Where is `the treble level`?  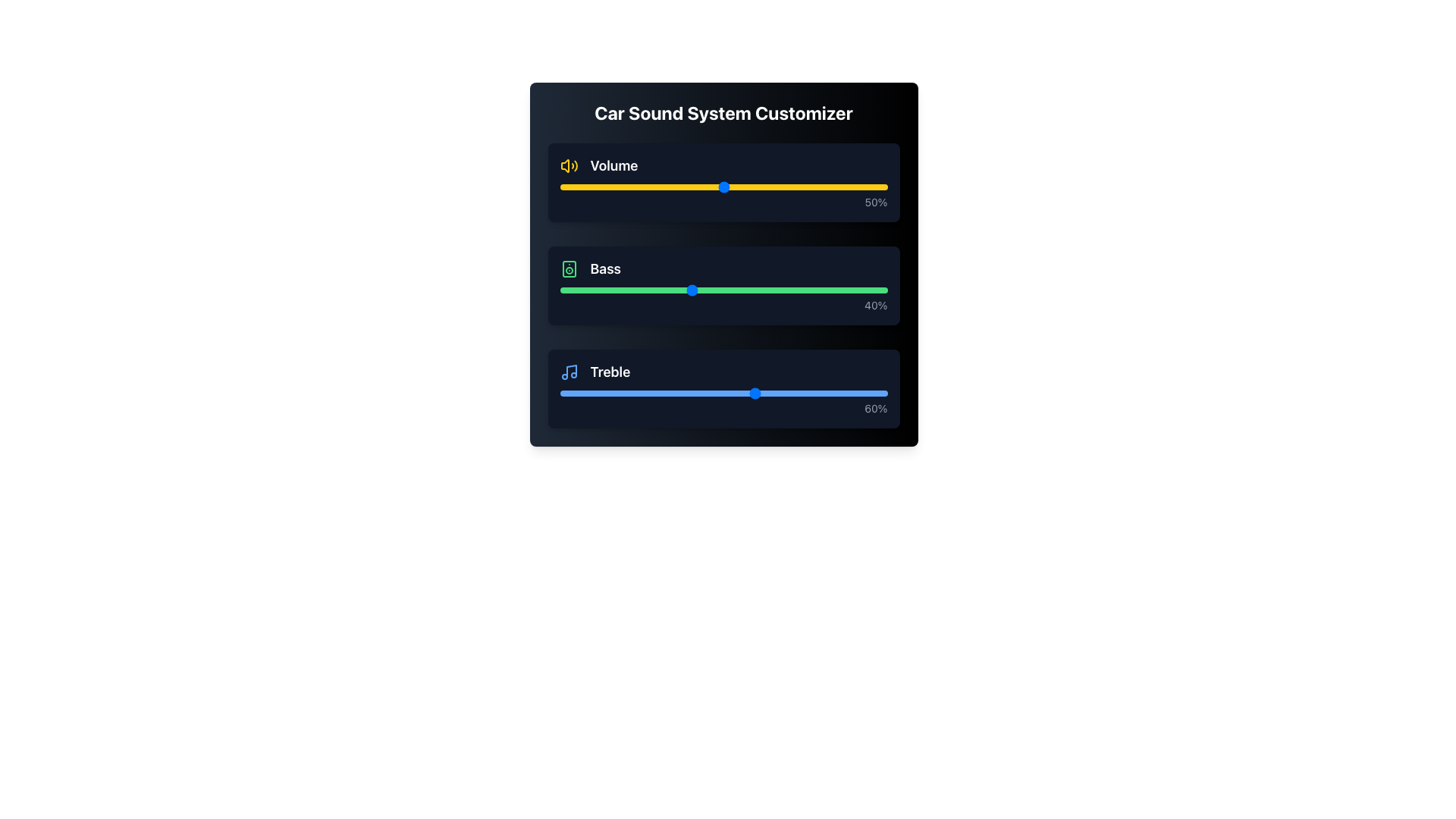
the treble level is located at coordinates (582, 393).